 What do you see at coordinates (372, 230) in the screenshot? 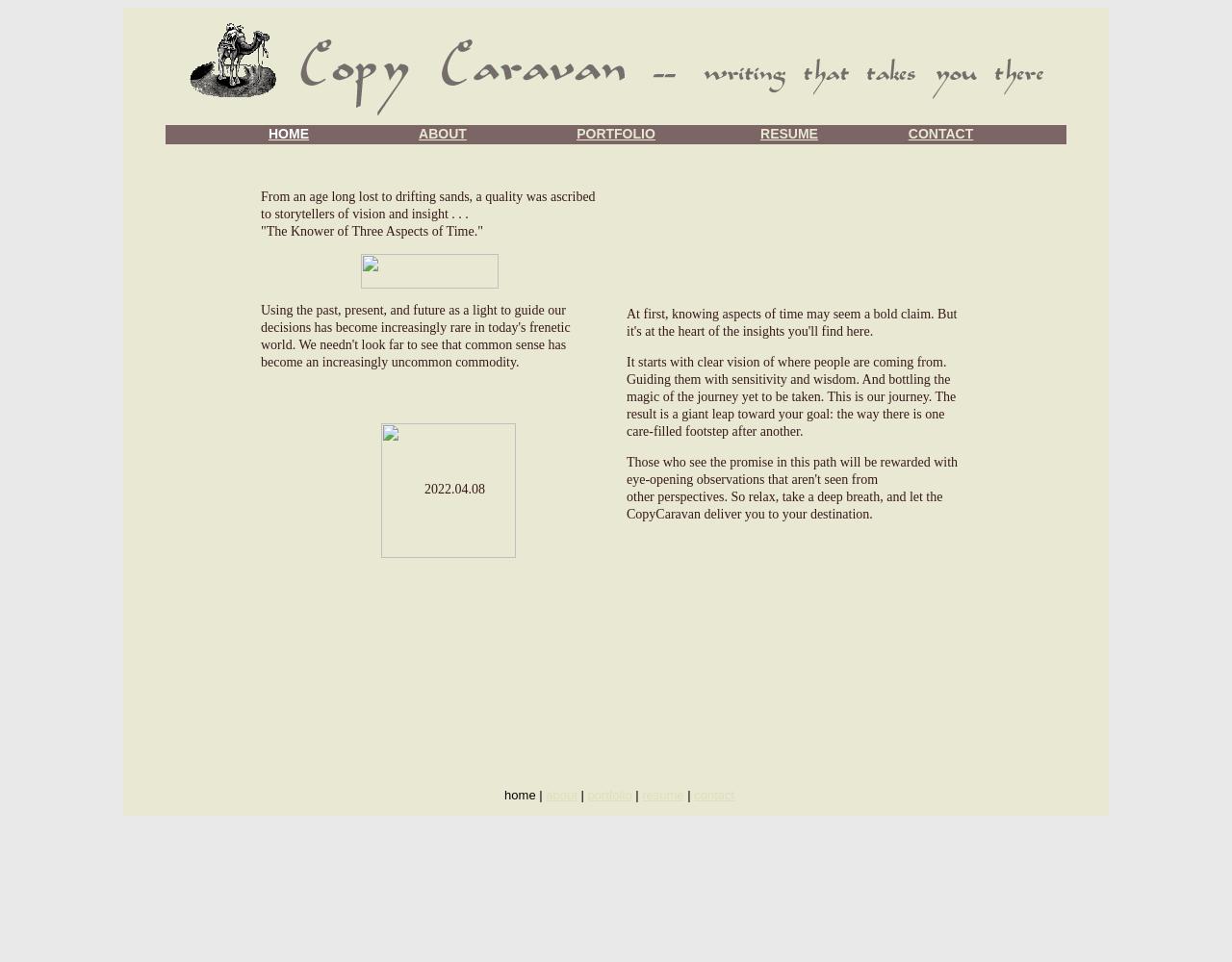
I see `'"The Knower of Three Aspects of Time."'` at bounding box center [372, 230].